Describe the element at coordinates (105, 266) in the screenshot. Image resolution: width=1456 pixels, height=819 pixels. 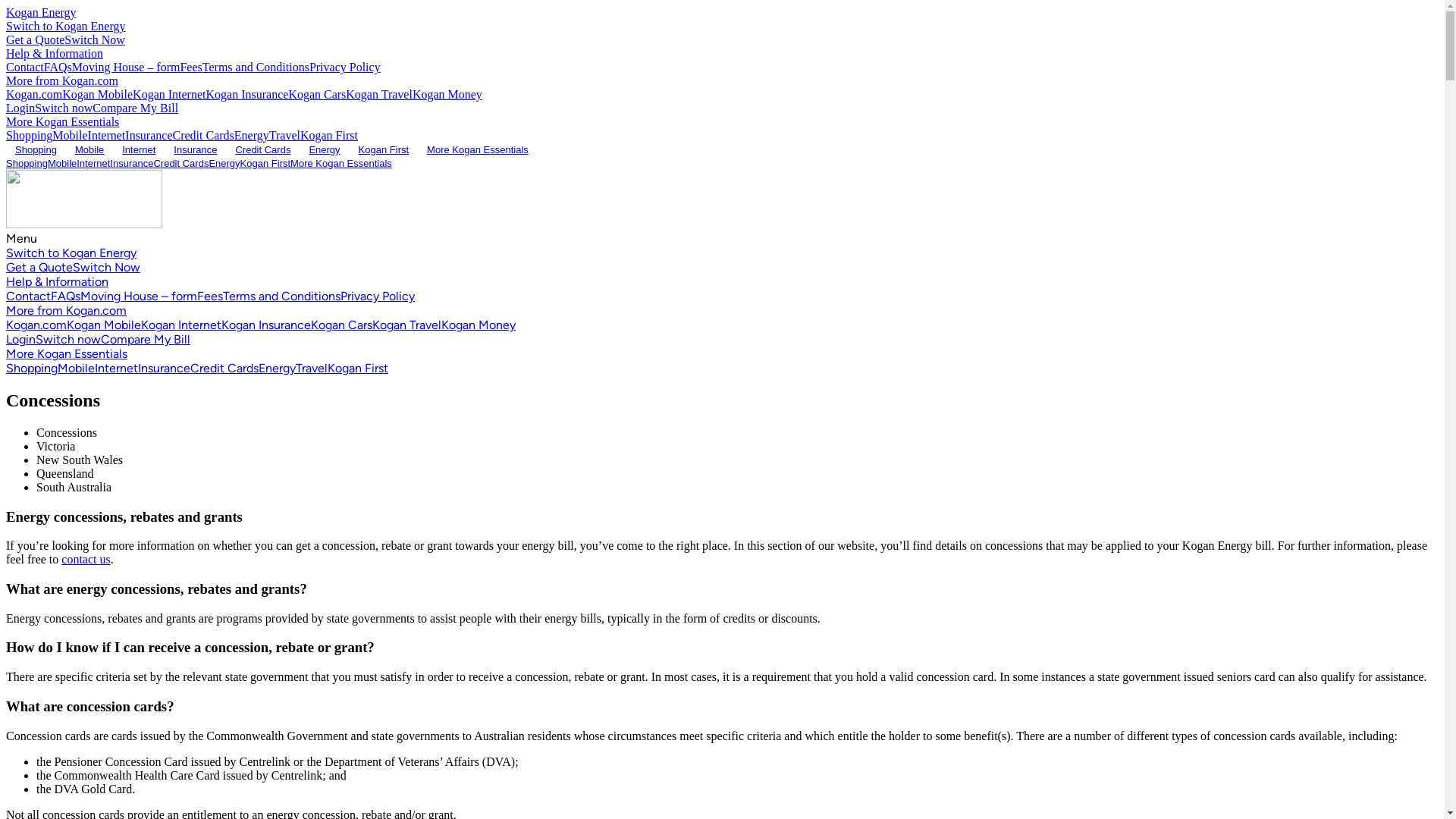
I see `'Switch Now'` at that location.